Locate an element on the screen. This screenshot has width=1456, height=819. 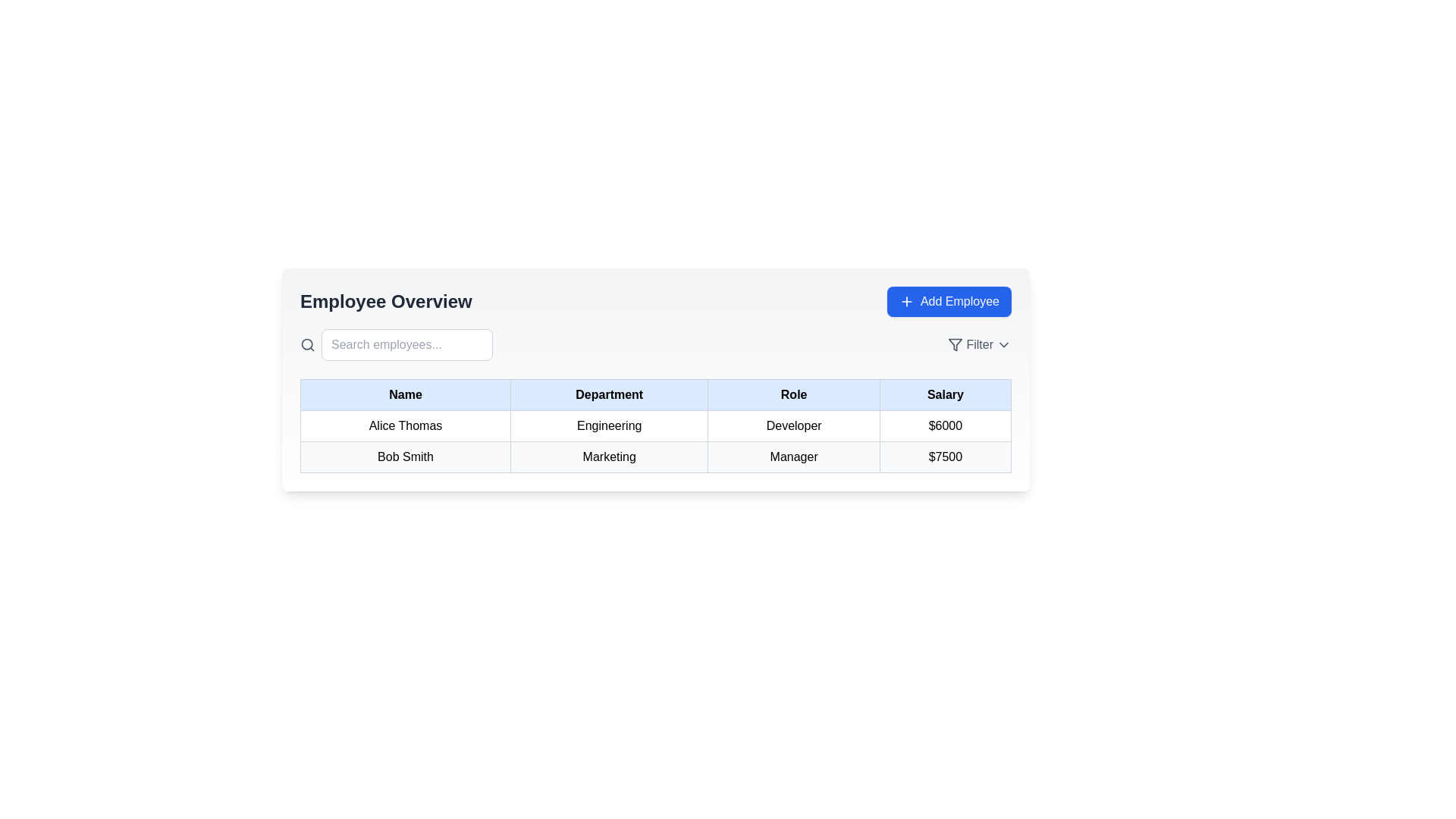
the Table Header Cell displaying 'Role', which is the third column header in the table header row is located at coordinates (793, 394).